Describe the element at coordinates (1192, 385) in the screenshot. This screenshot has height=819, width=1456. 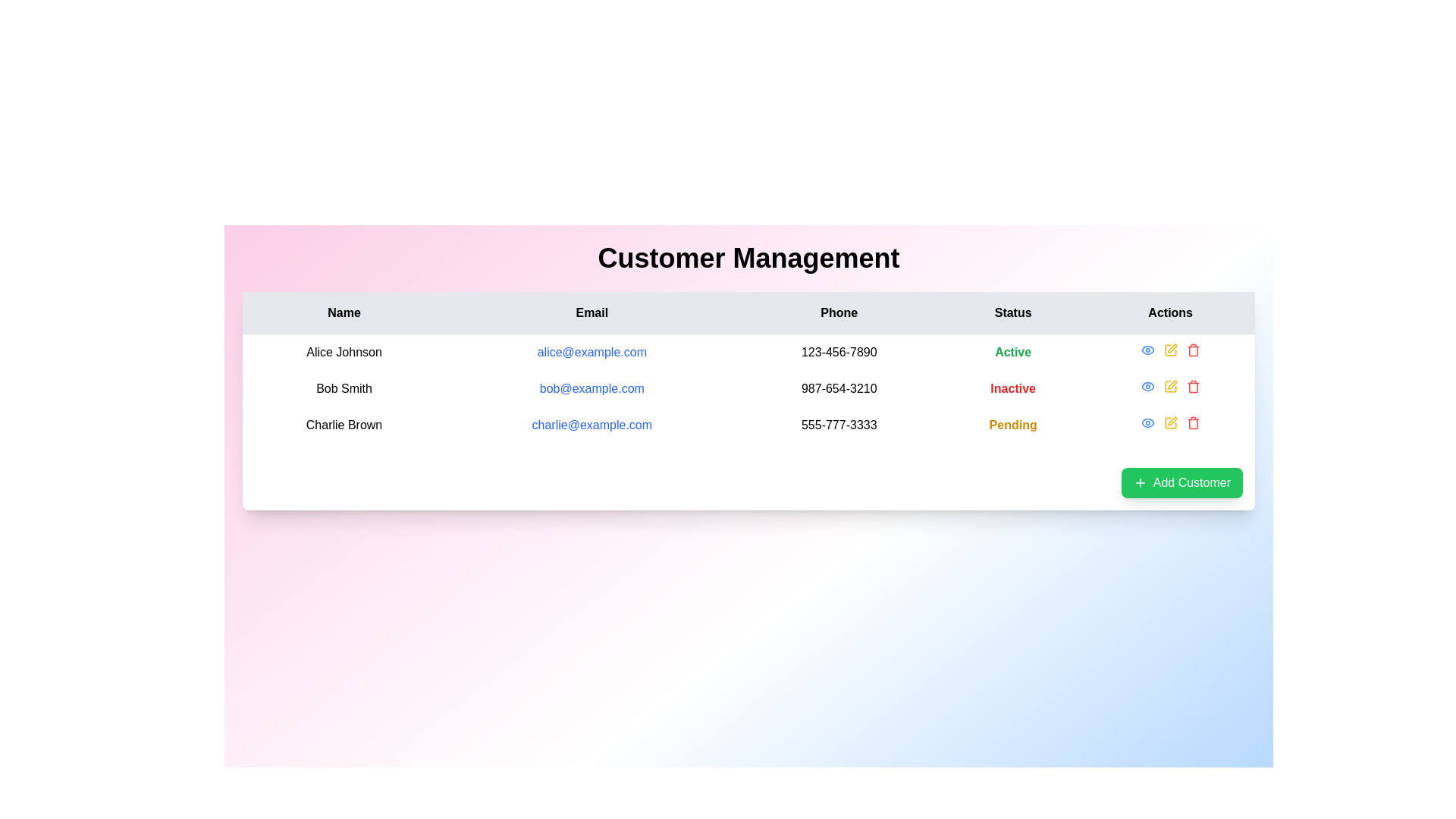
I see `the delete icon in the 'Actions' column for the record of 'Bob Smith'` at that location.